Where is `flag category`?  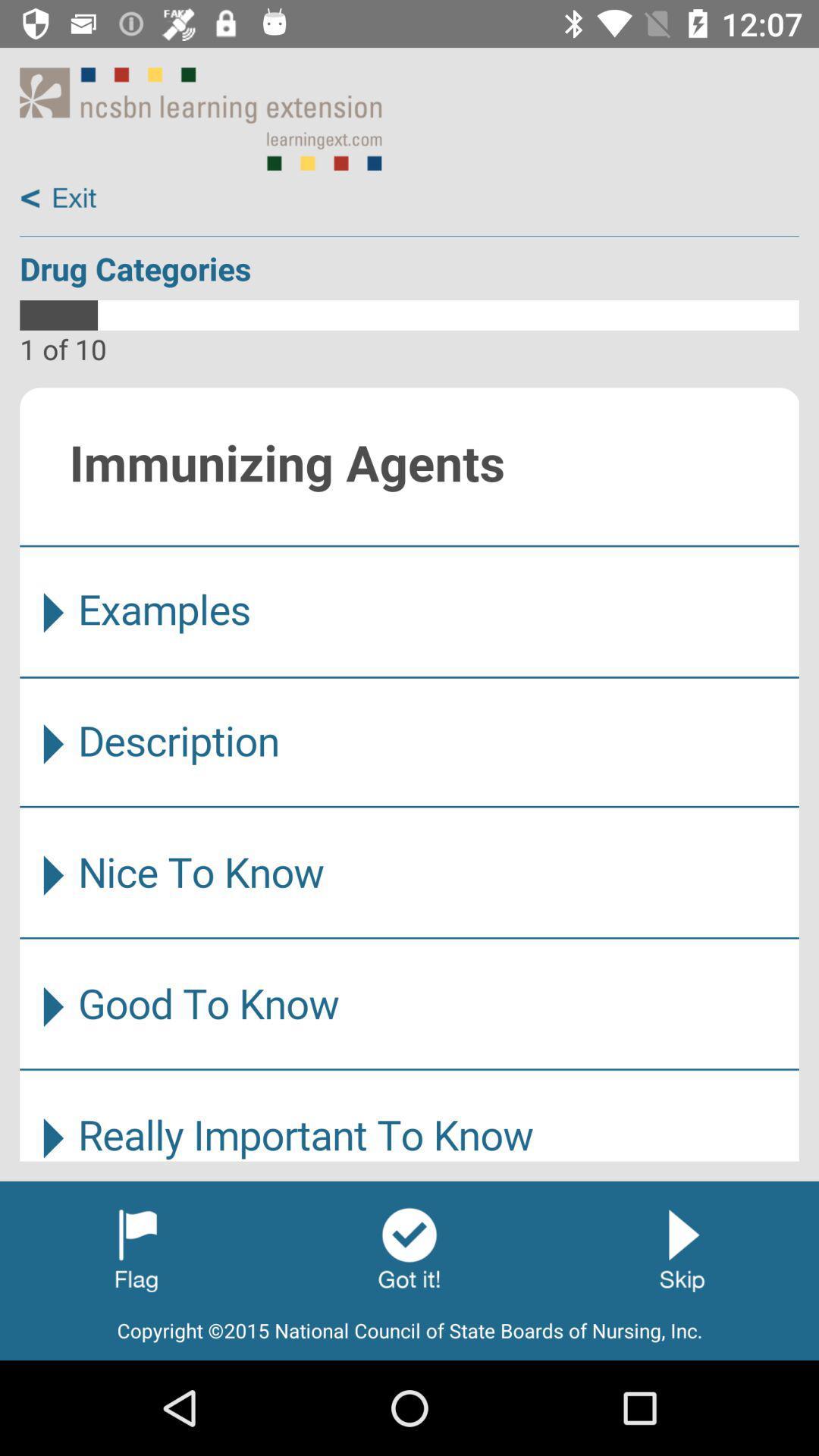 flag category is located at coordinates (136, 1248).